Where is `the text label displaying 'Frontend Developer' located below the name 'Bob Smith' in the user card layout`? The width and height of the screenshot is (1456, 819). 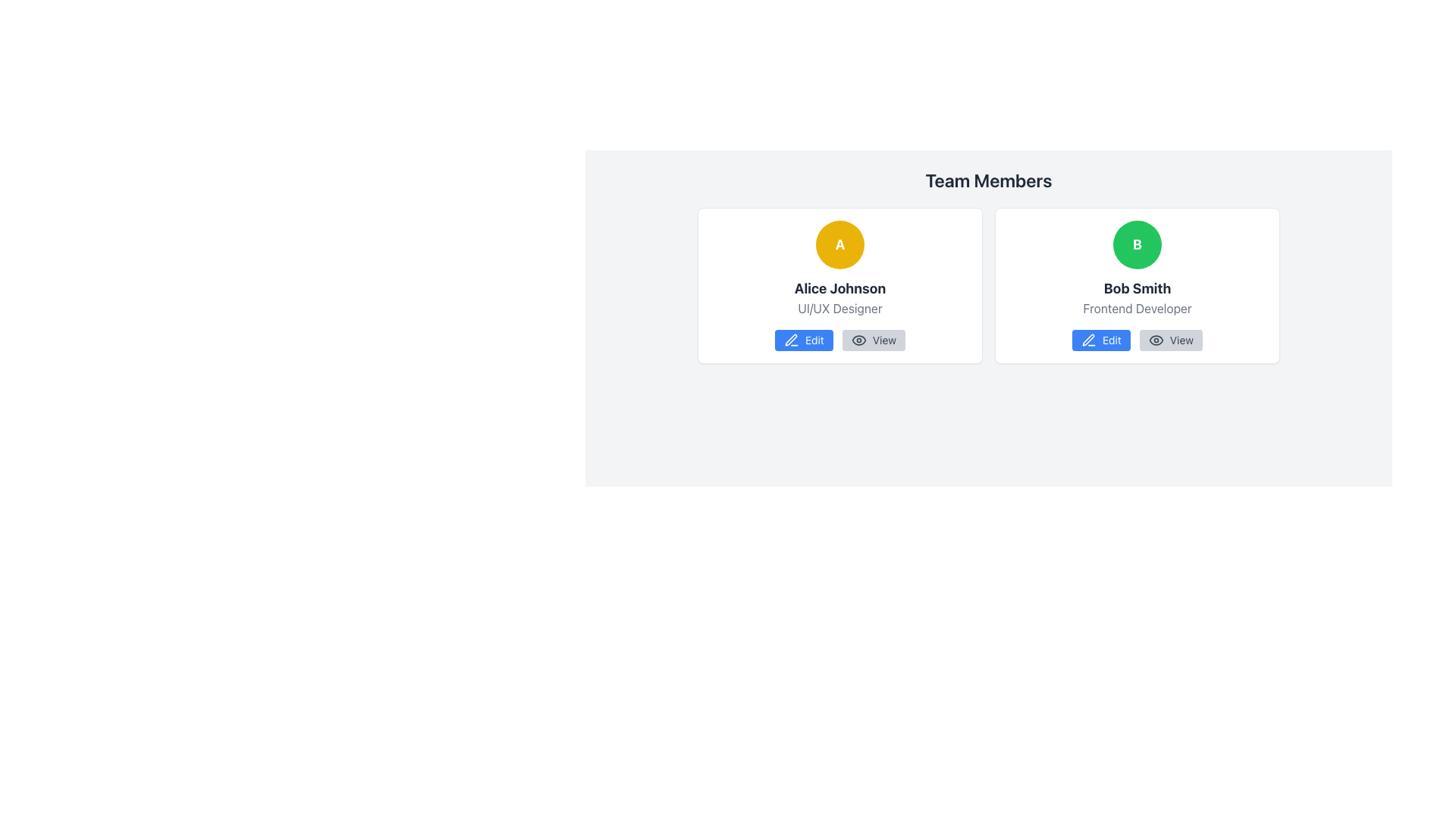 the text label displaying 'Frontend Developer' located below the name 'Bob Smith' in the user card layout is located at coordinates (1137, 308).